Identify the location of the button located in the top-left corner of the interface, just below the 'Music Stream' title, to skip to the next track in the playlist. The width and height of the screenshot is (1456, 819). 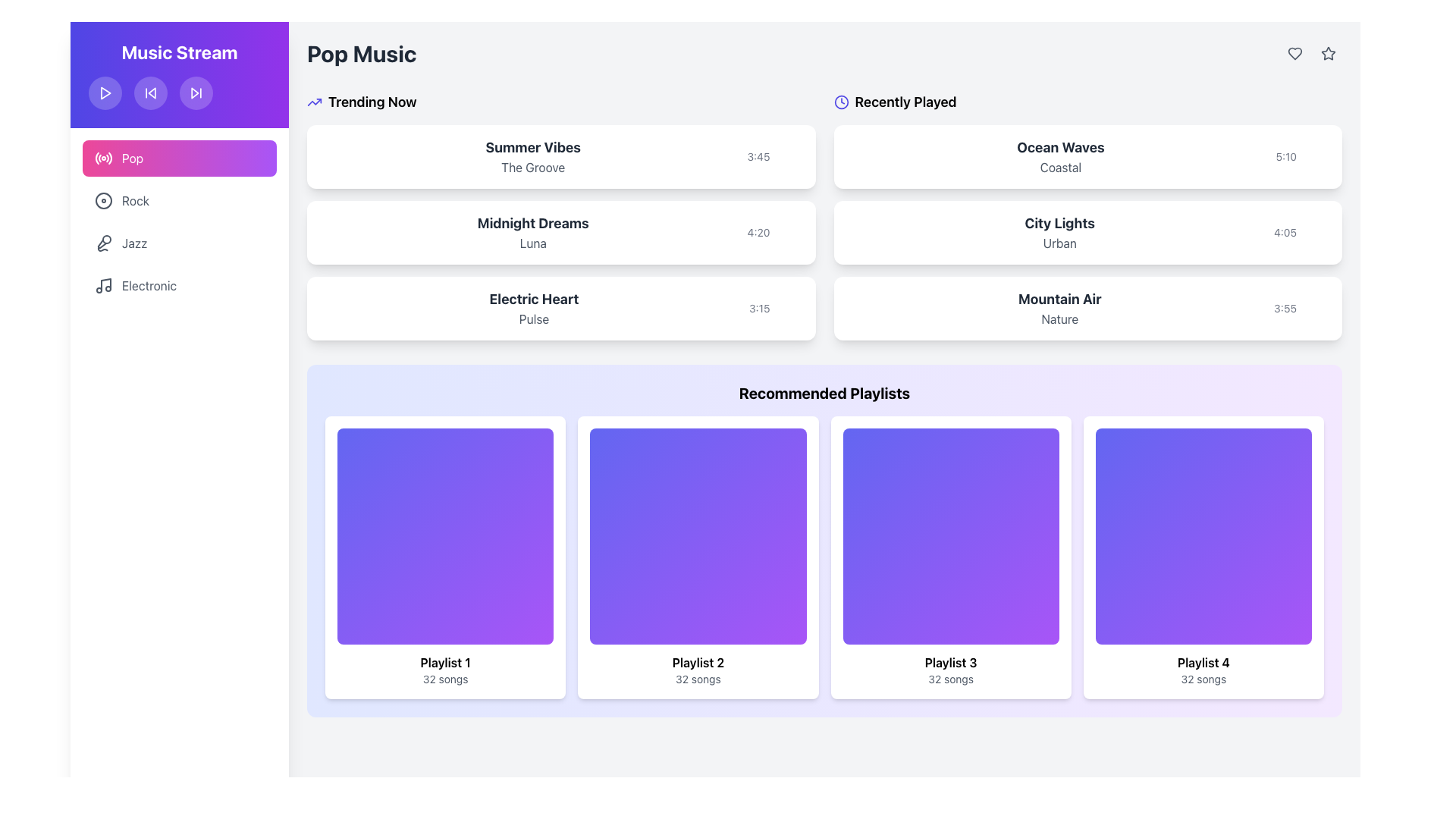
(196, 93).